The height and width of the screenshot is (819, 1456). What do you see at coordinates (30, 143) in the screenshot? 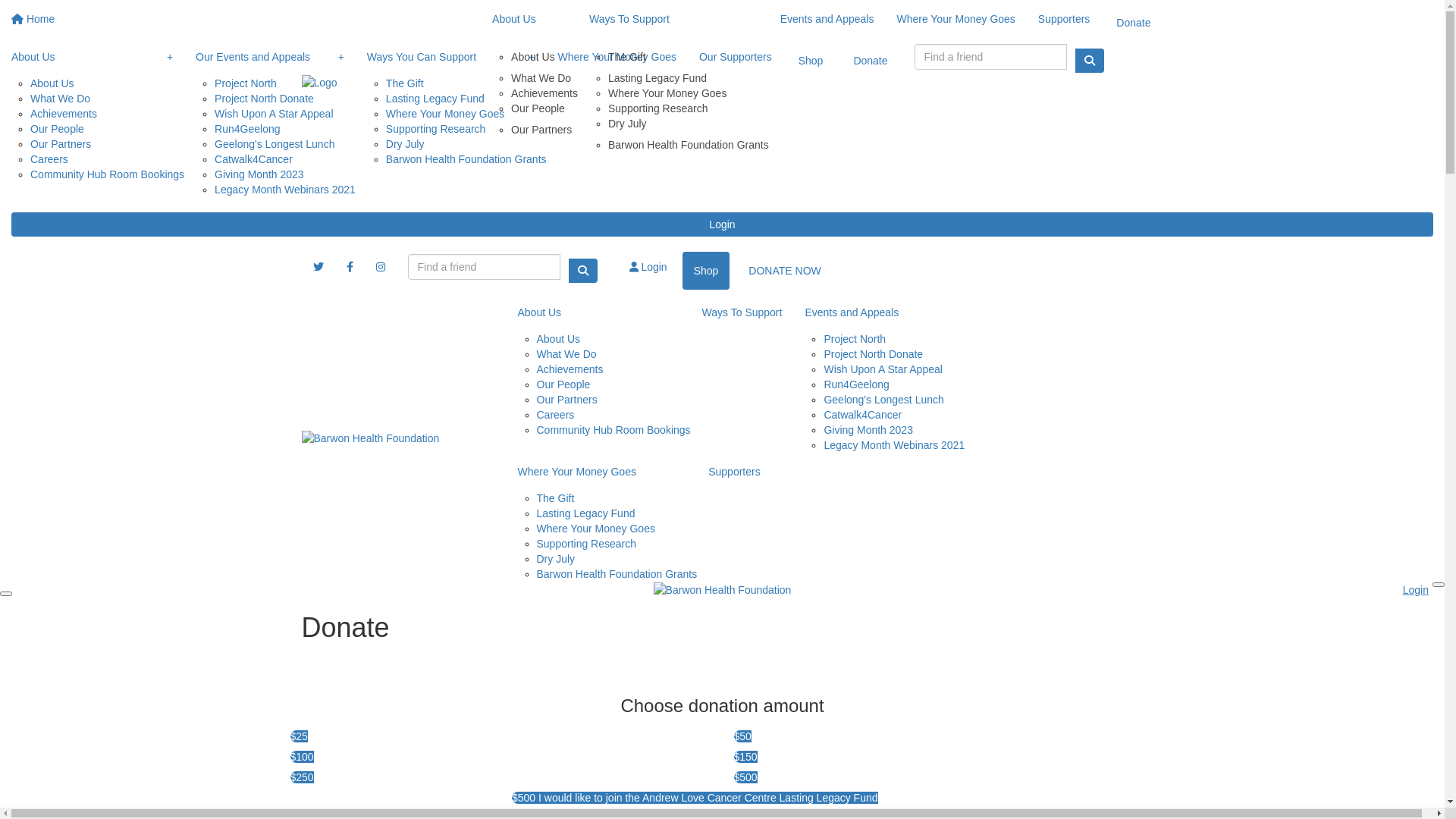
I see `'Our Partners'` at bounding box center [30, 143].